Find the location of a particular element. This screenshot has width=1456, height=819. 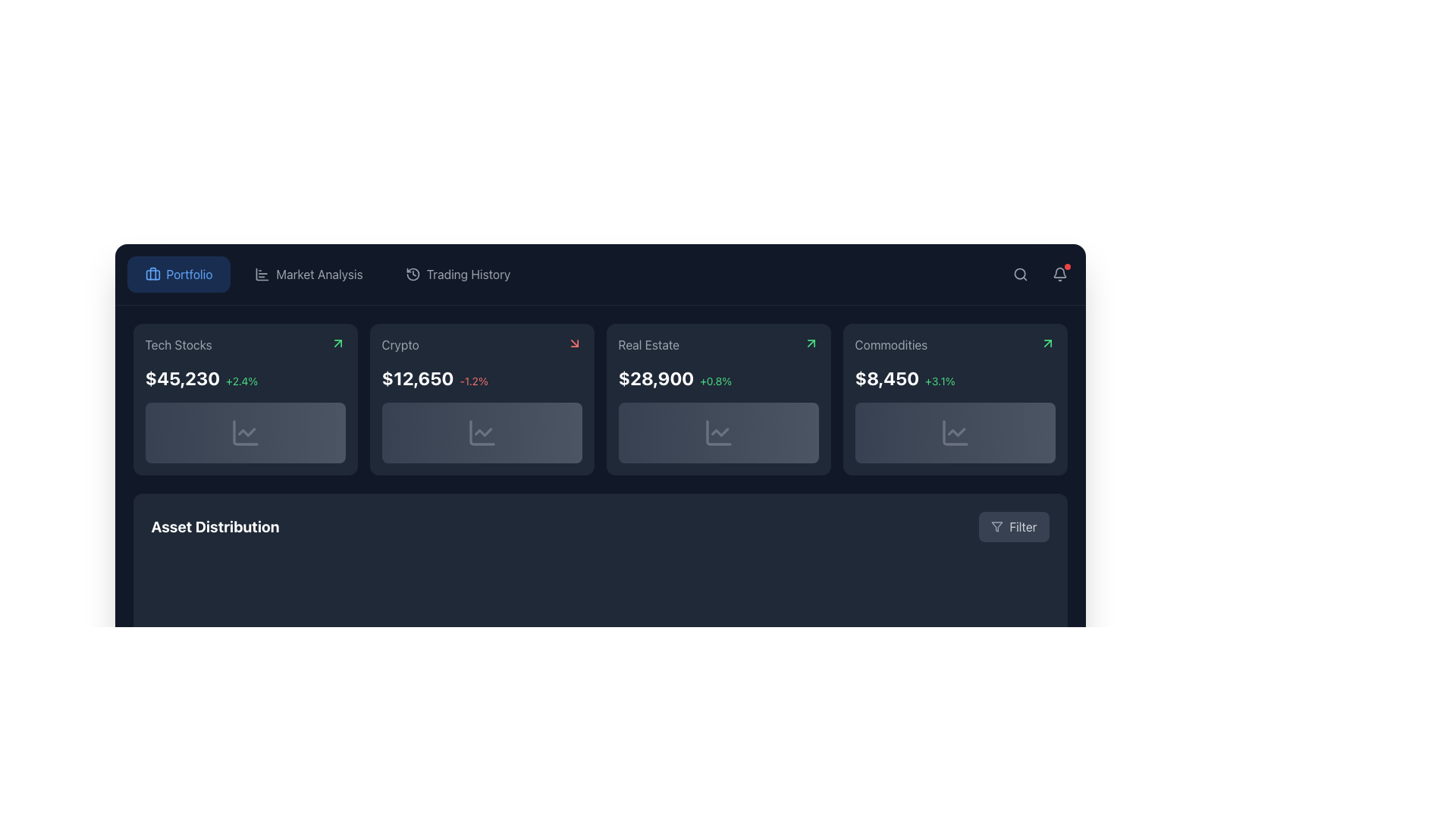

the circular search icon located in the top-right corner of the interface, which is enclosed within a larger magnifying glass icon is located at coordinates (1019, 274).